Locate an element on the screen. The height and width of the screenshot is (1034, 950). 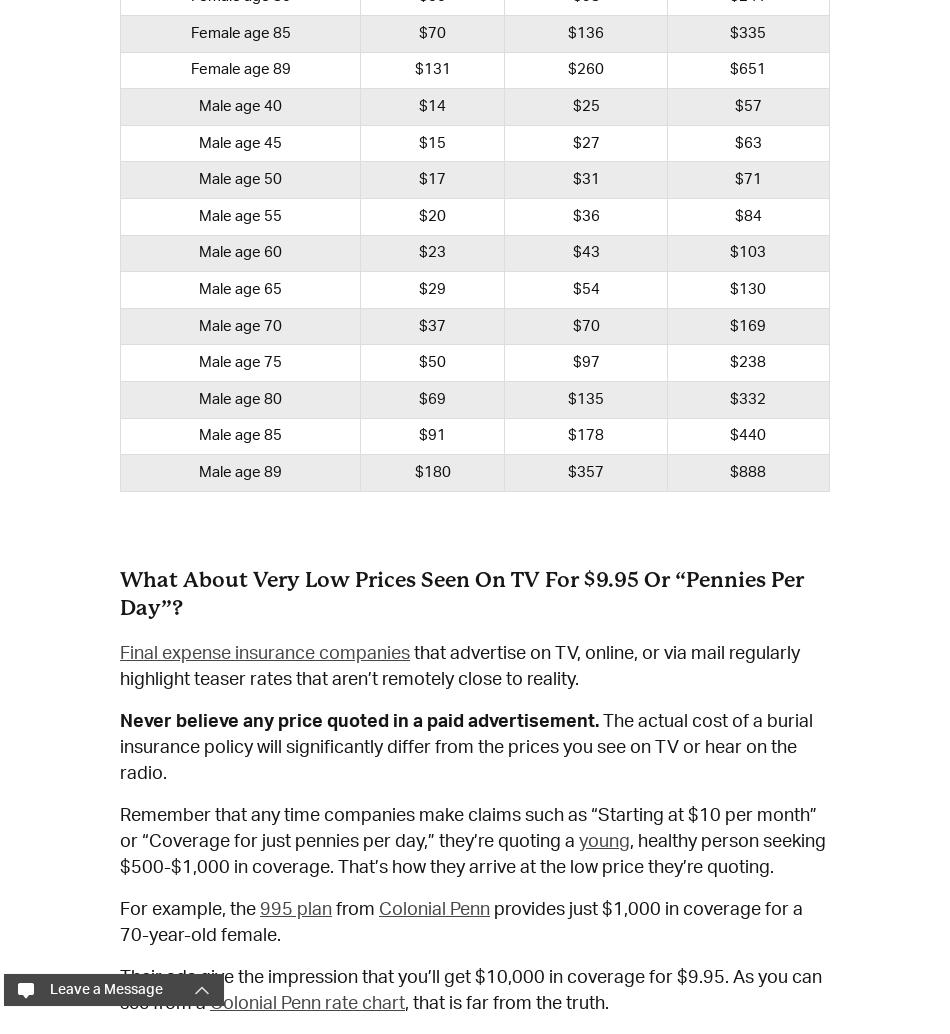
'Male age 65' is located at coordinates (239, 287).